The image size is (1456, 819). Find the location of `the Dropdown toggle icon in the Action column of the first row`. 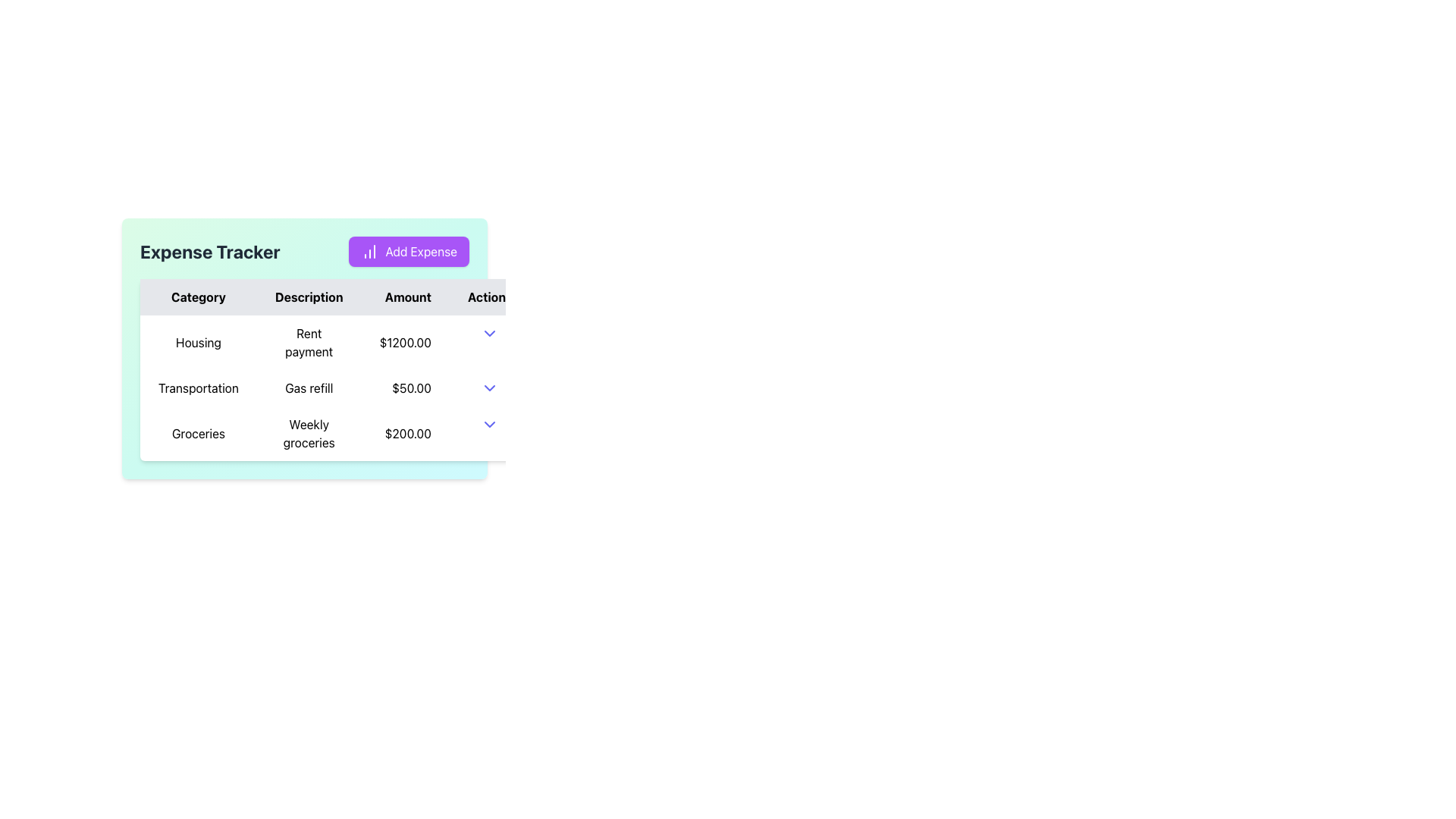

the Dropdown toggle icon in the Action column of the first row is located at coordinates (490, 332).